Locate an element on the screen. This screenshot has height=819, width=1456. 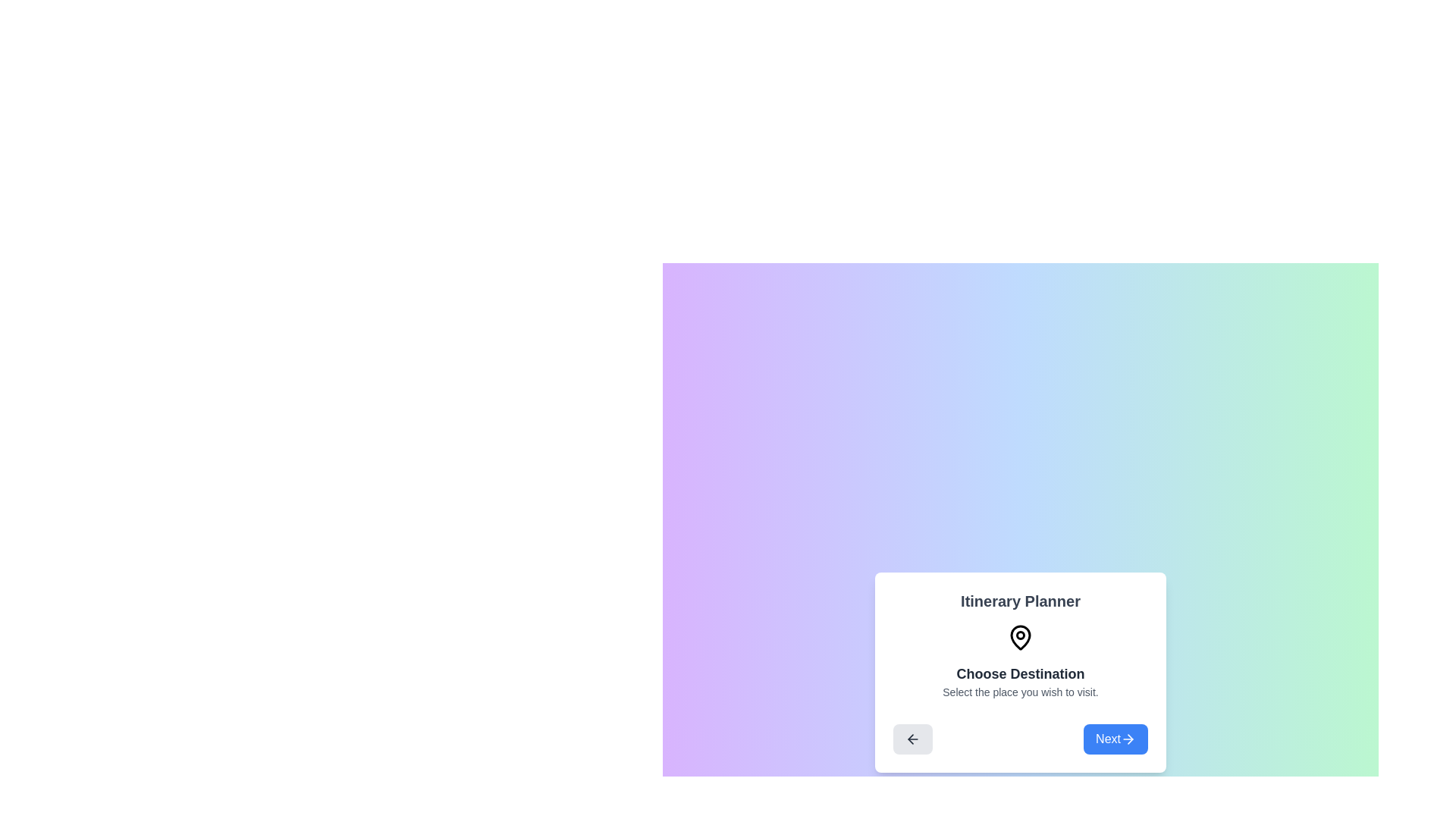
the right-facing arrow icon within the 'Next' button at the bottom right of the interface is located at coordinates (1130, 739).